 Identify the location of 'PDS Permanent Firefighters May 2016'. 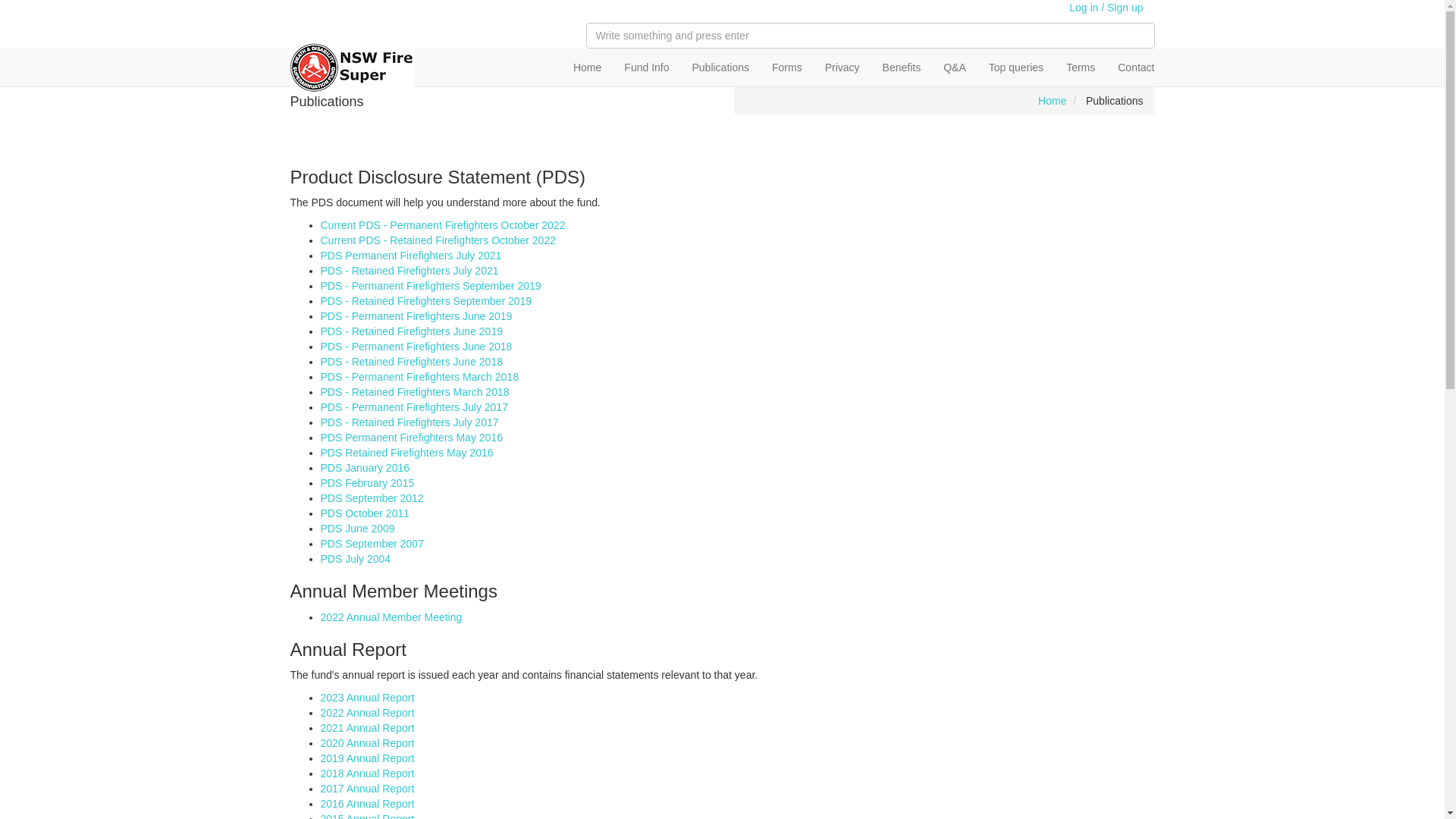
(411, 438).